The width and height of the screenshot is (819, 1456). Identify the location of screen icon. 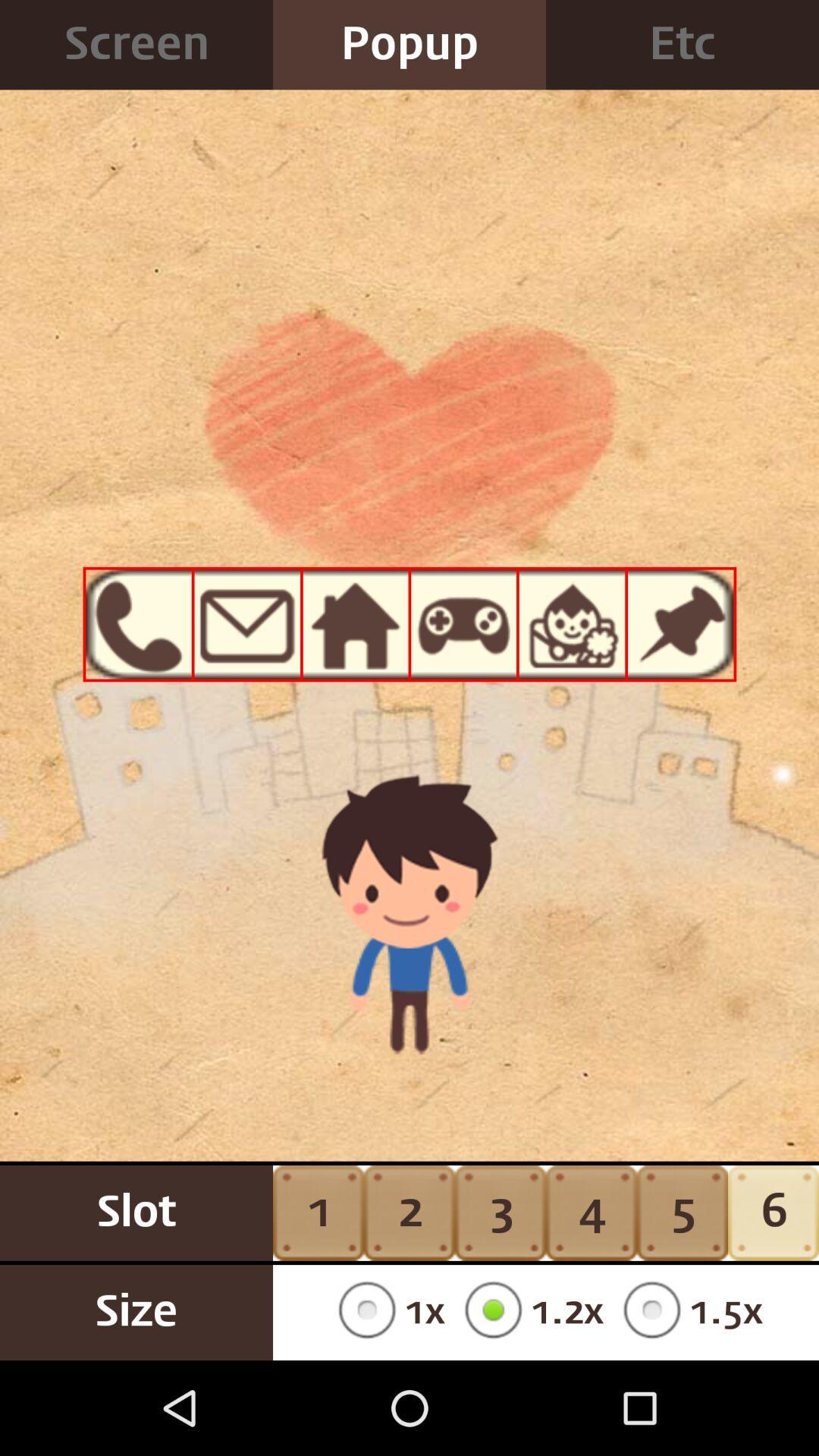
(136, 45).